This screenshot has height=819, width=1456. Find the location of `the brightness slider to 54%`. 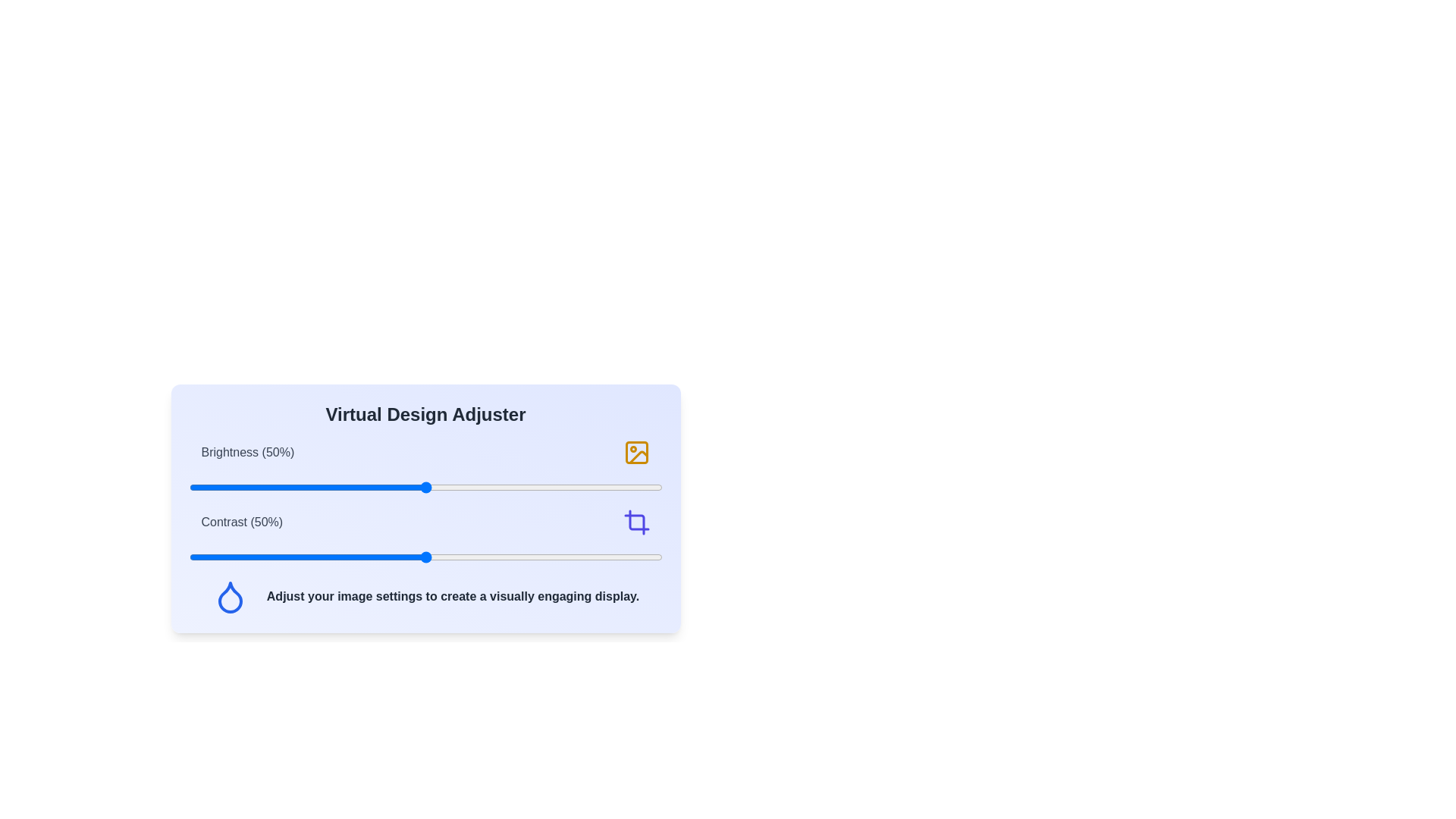

the brightness slider to 54% is located at coordinates (444, 488).